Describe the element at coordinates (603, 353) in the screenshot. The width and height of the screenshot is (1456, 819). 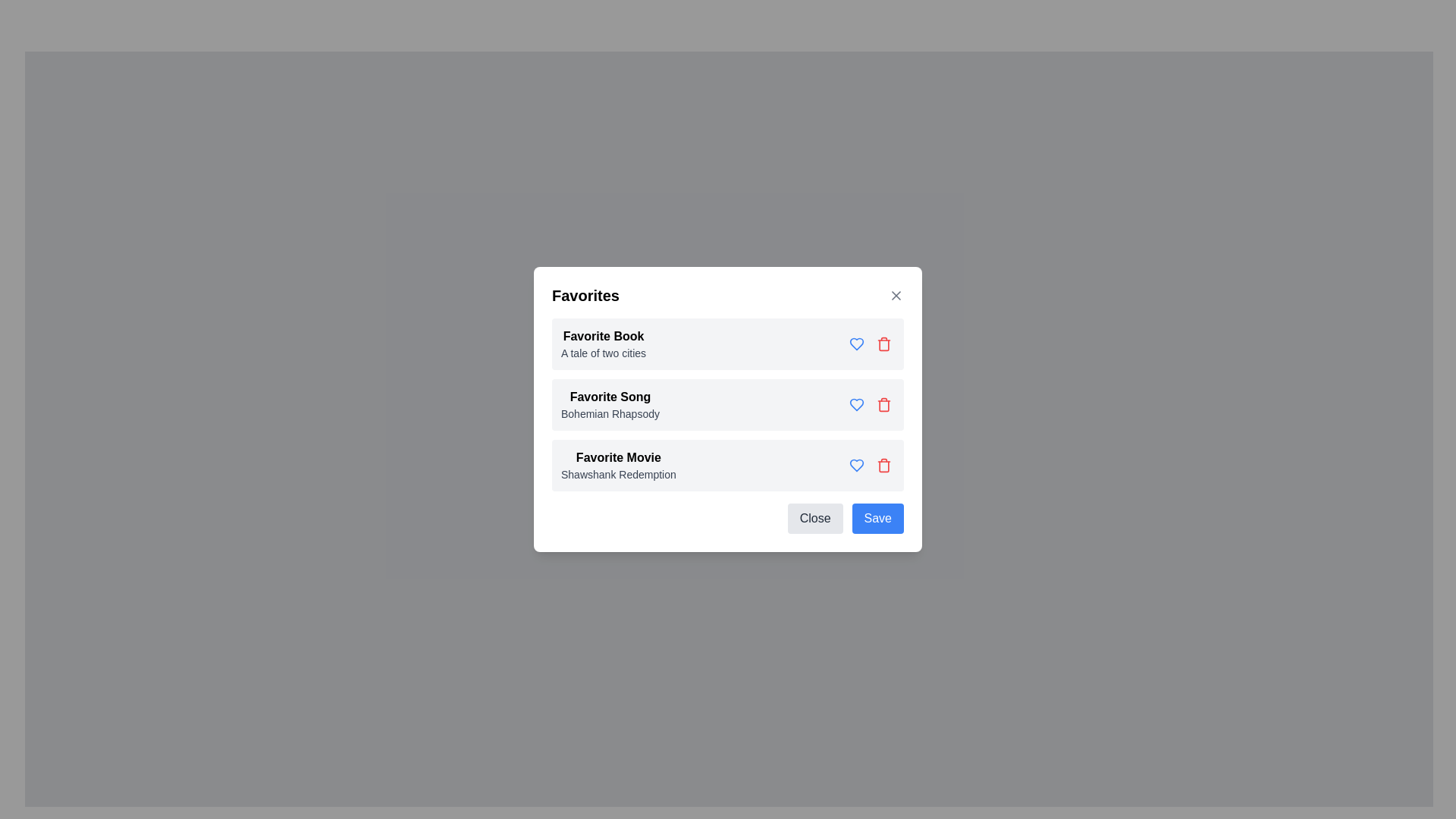
I see `the static text label that provides additional information about the user's selected favorite book, located below the 'Favorite Book' label in the 'Favorites' section` at that location.